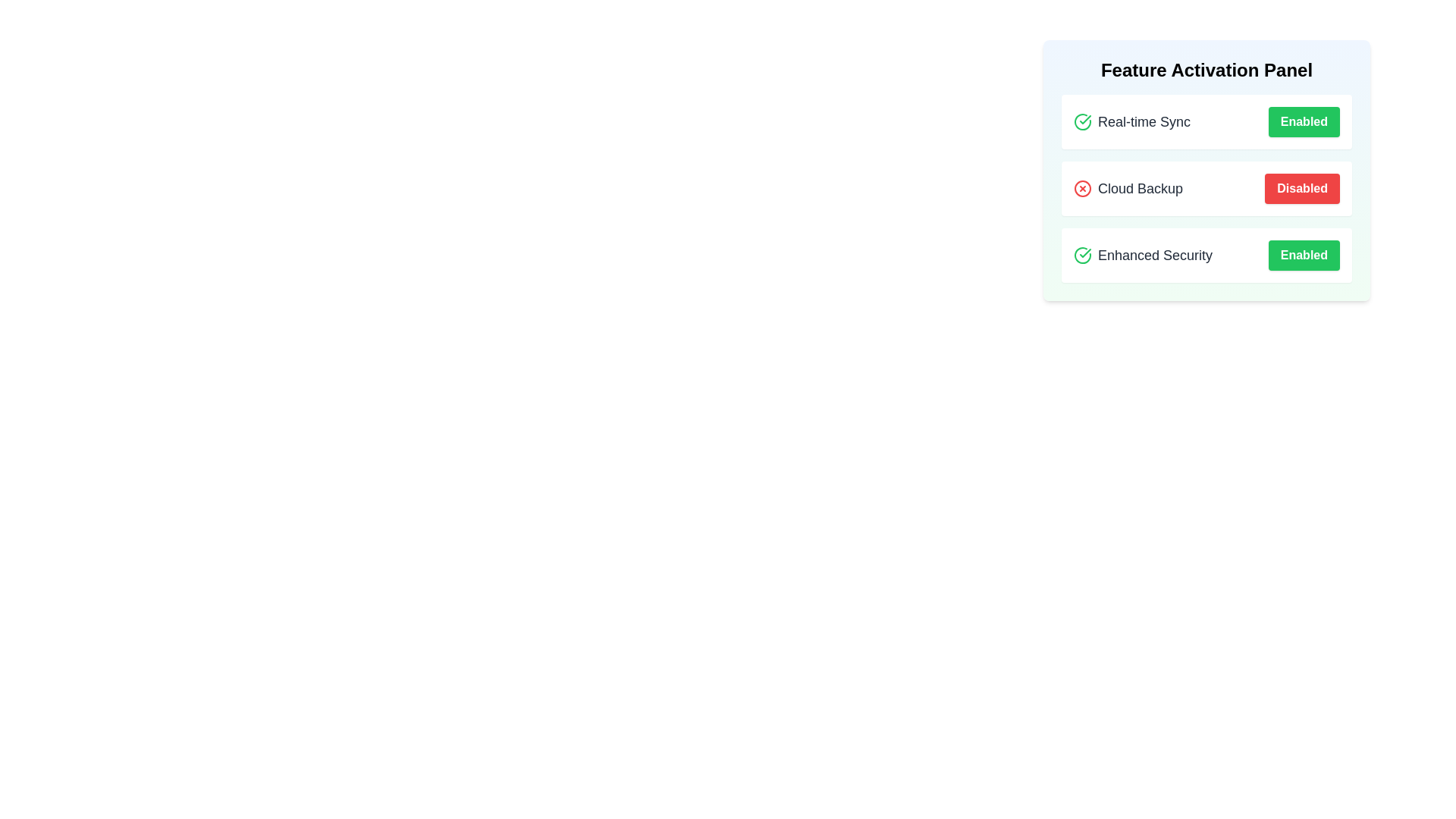 The width and height of the screenshot is (1456, 819). I want to click on the 'Enhanced Security' button to toggle its state, so click(1303, 254).